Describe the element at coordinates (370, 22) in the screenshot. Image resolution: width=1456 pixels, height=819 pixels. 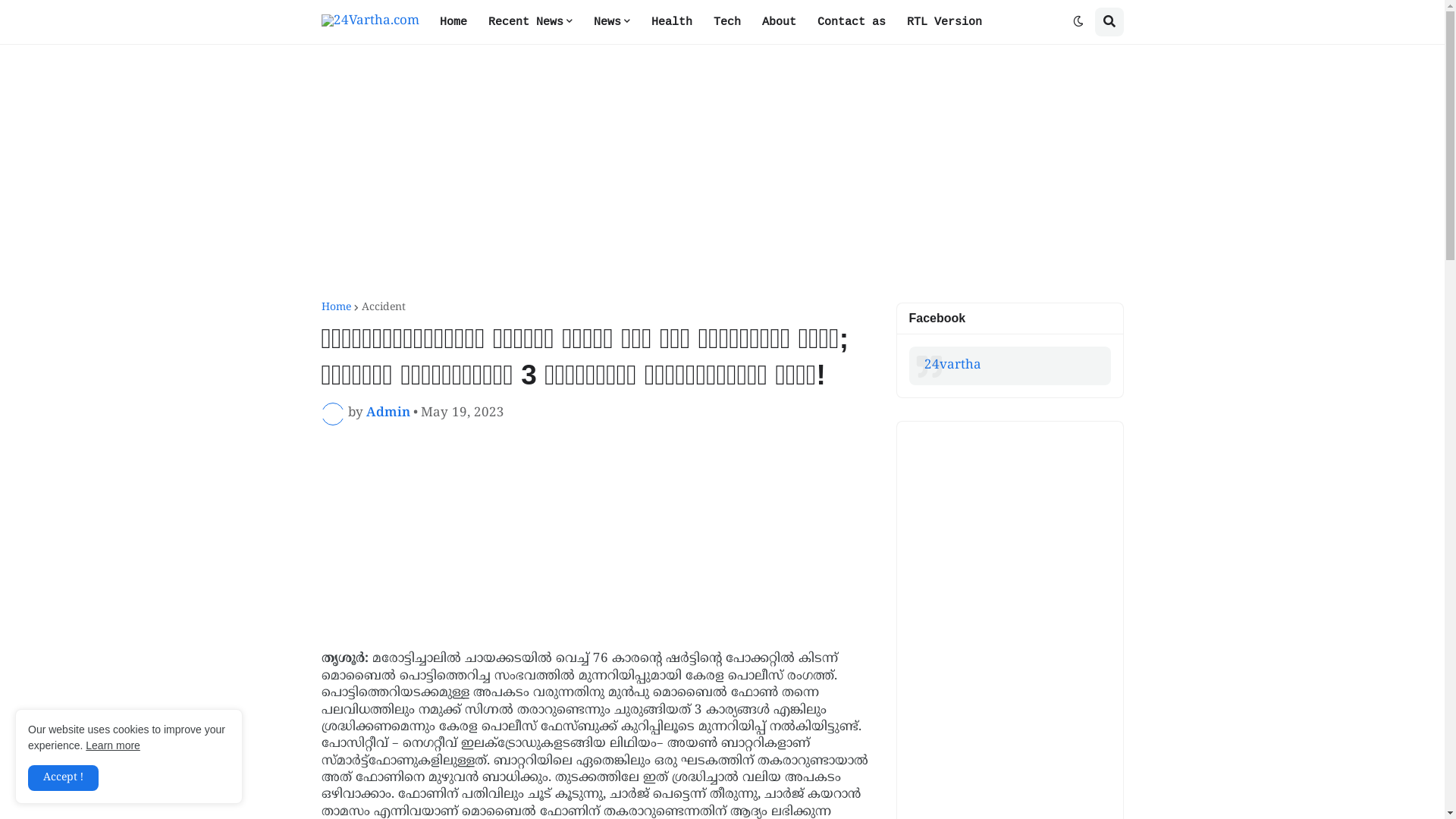
I see `'24Vartha.com'` at that location.